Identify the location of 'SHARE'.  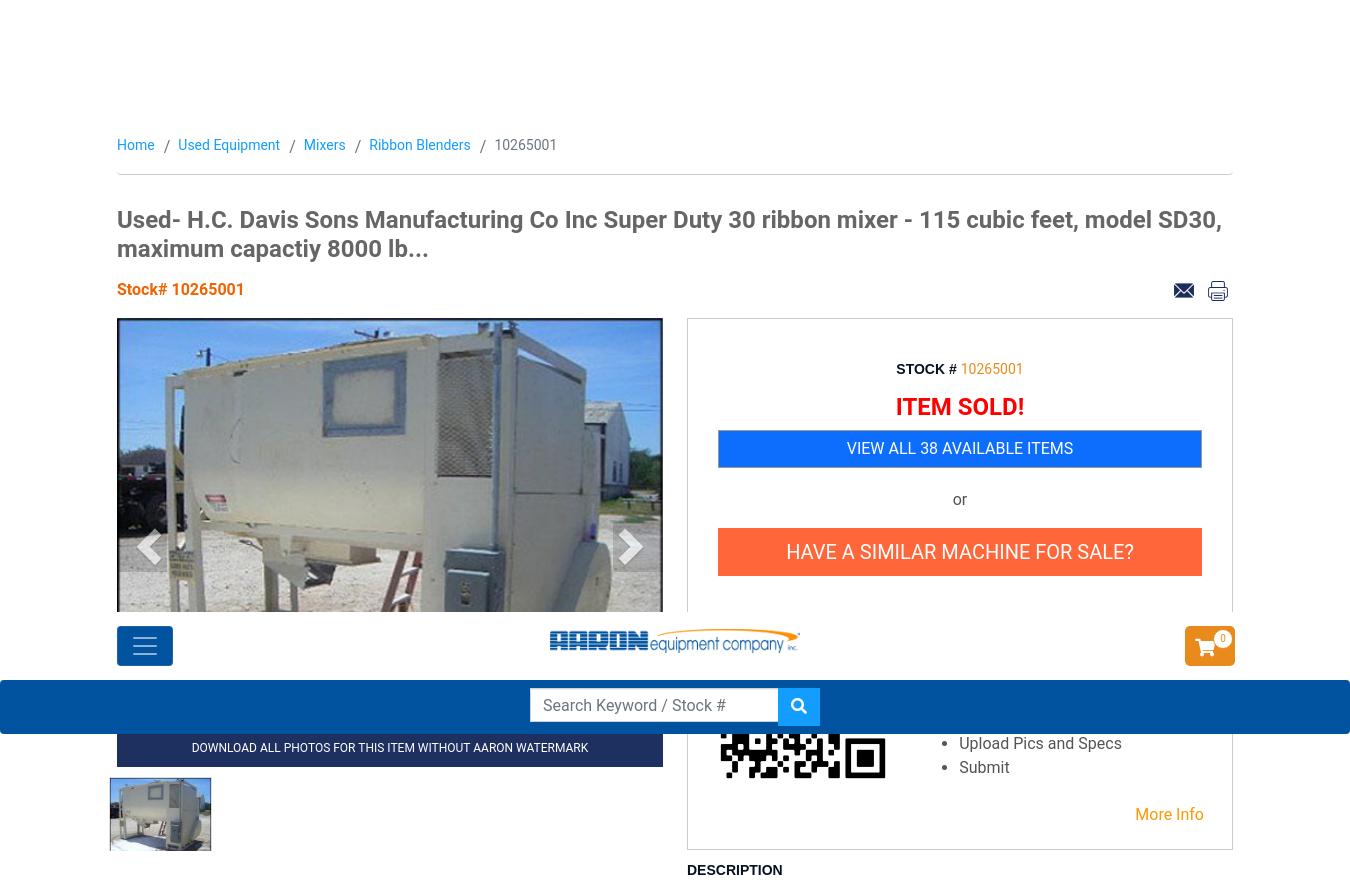
(710, 486).